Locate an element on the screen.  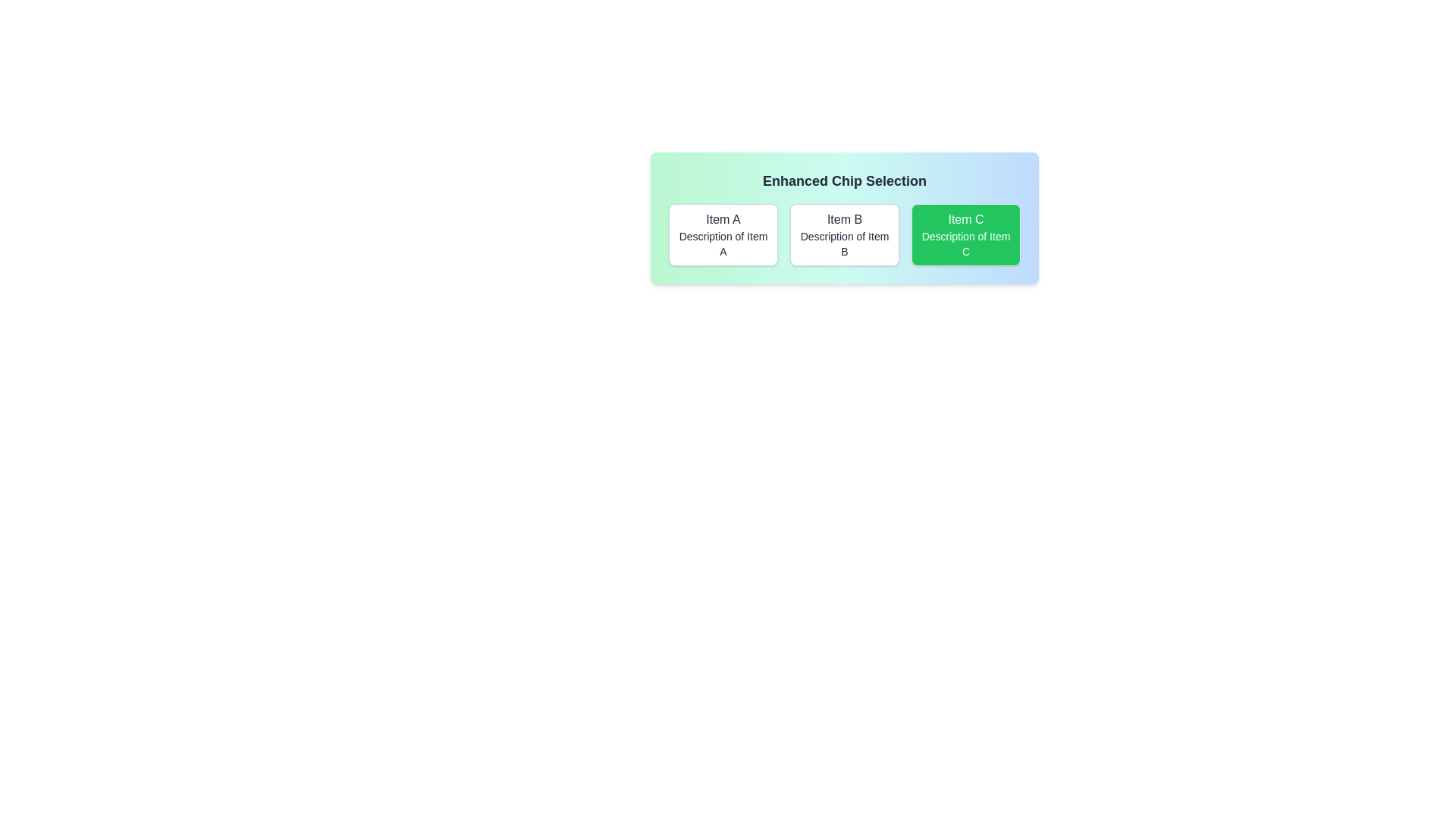
the item Item B by clicking on its button is located at coordinates (843, 234).